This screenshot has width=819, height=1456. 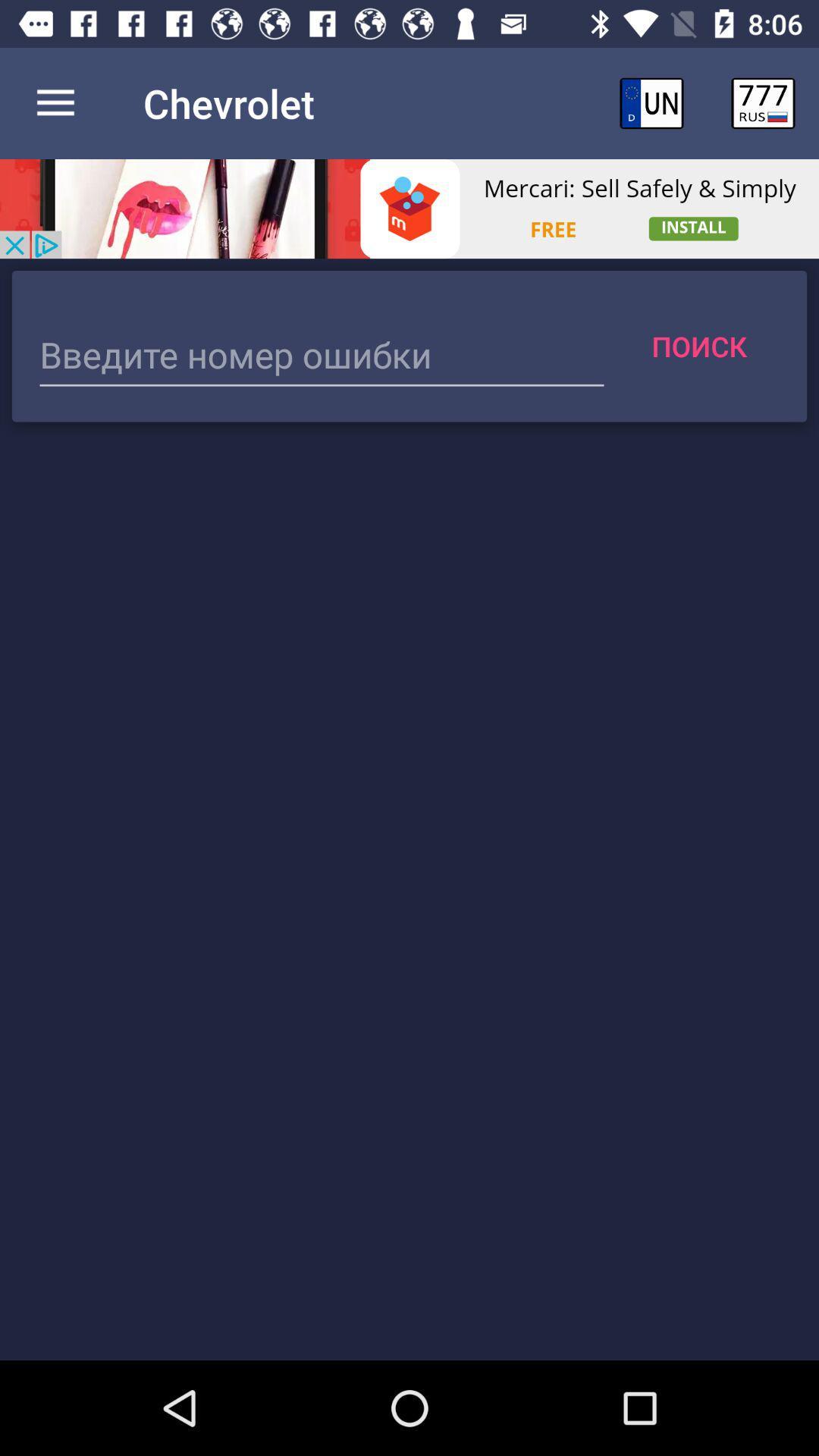 What do you see at coordinates (409, 208) in the screenshot?
I see `advertisement` at bounding box center [409, 208].